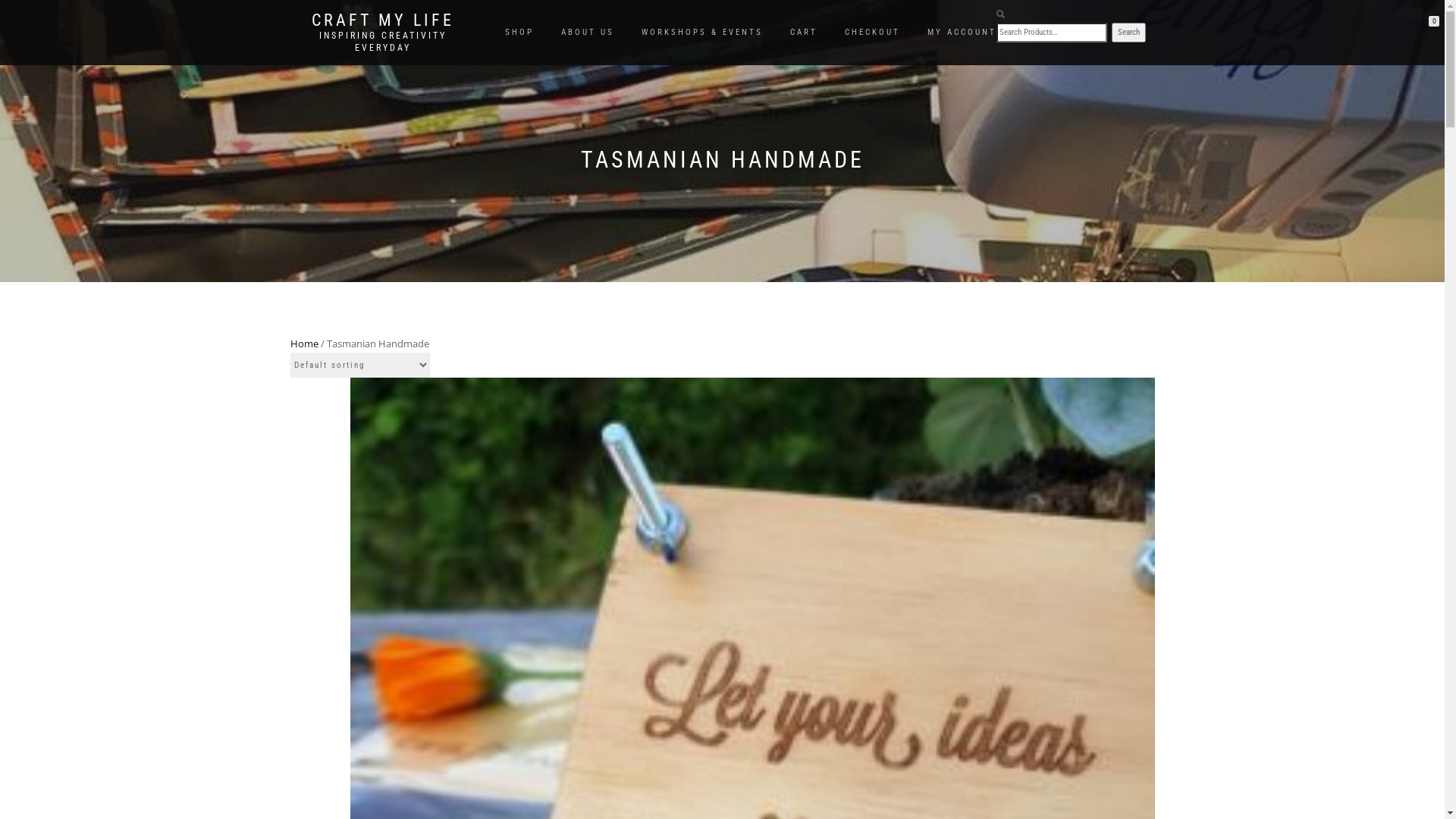 This screenshot has height=819, width=1456. I want to click on 'INSPIRING CREATIVITY EVERYDAY', so click(382, 40).